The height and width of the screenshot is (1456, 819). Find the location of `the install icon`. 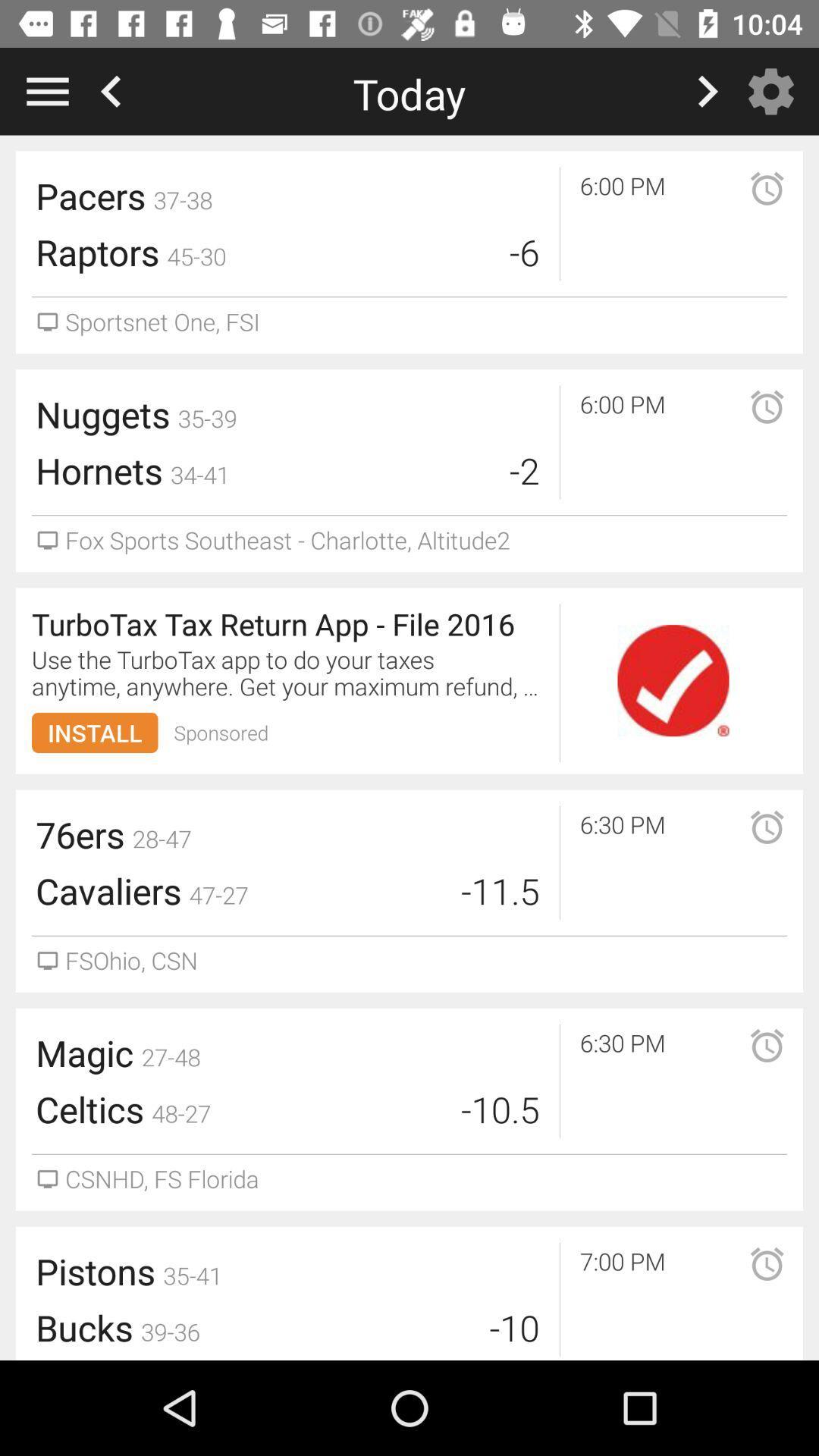

the install icon is located at coordinates (95, 733).